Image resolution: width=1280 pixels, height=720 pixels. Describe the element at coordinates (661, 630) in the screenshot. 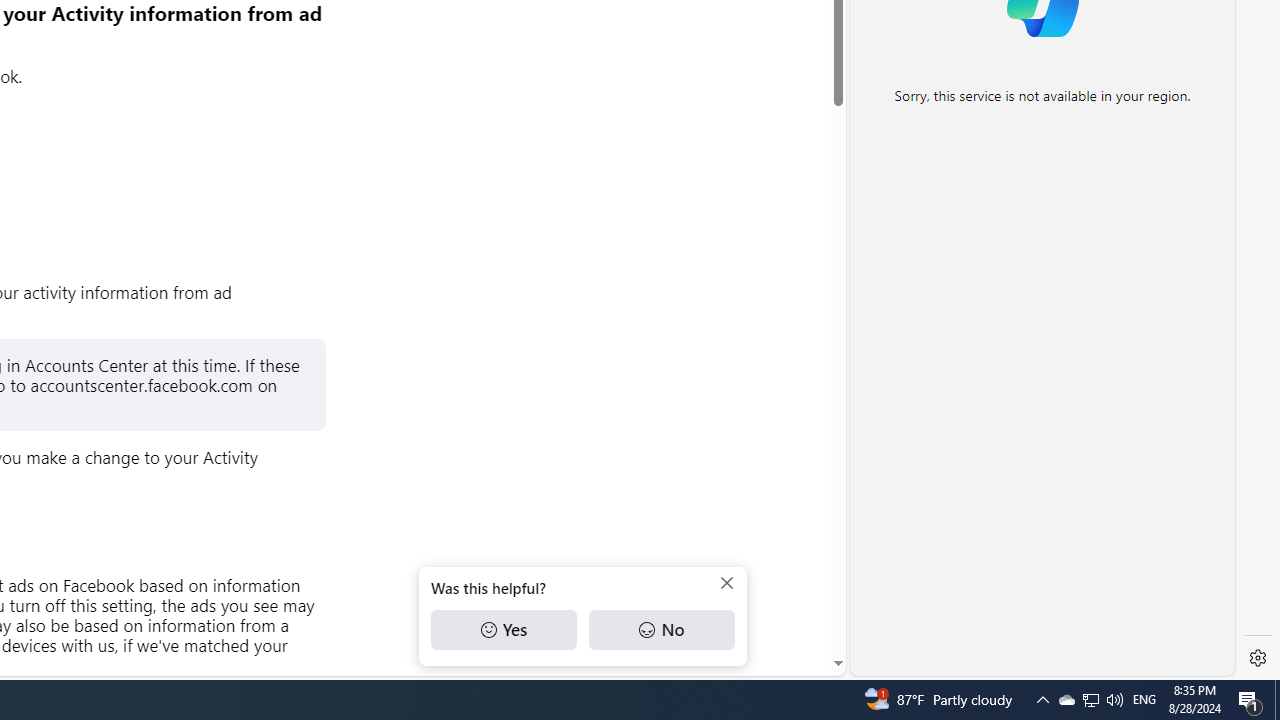

I see `'No'` at that location.